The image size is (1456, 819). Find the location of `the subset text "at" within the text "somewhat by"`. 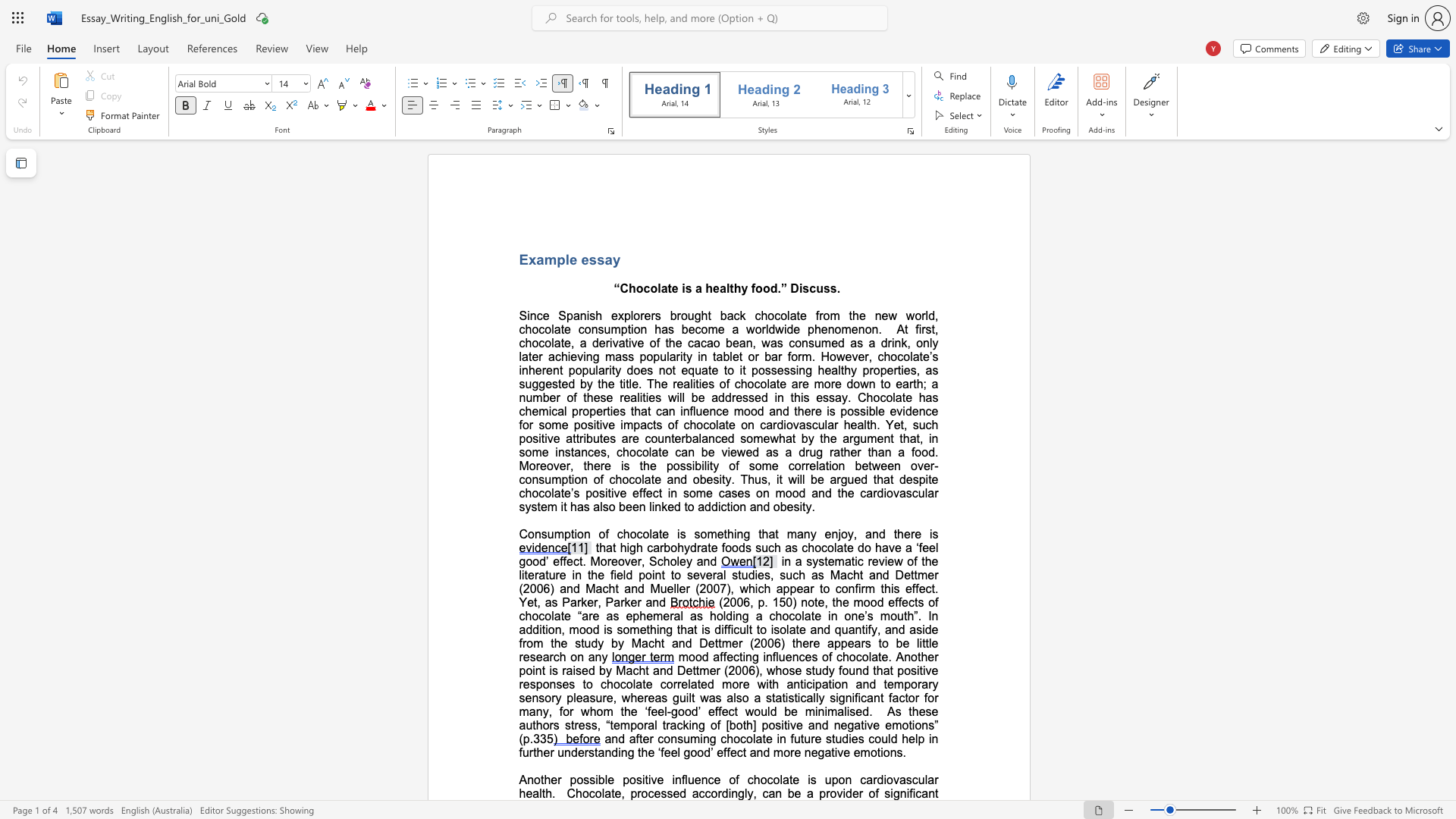

the subset text "at" within the text "somewhat by" is located at coordinates (785, 438).